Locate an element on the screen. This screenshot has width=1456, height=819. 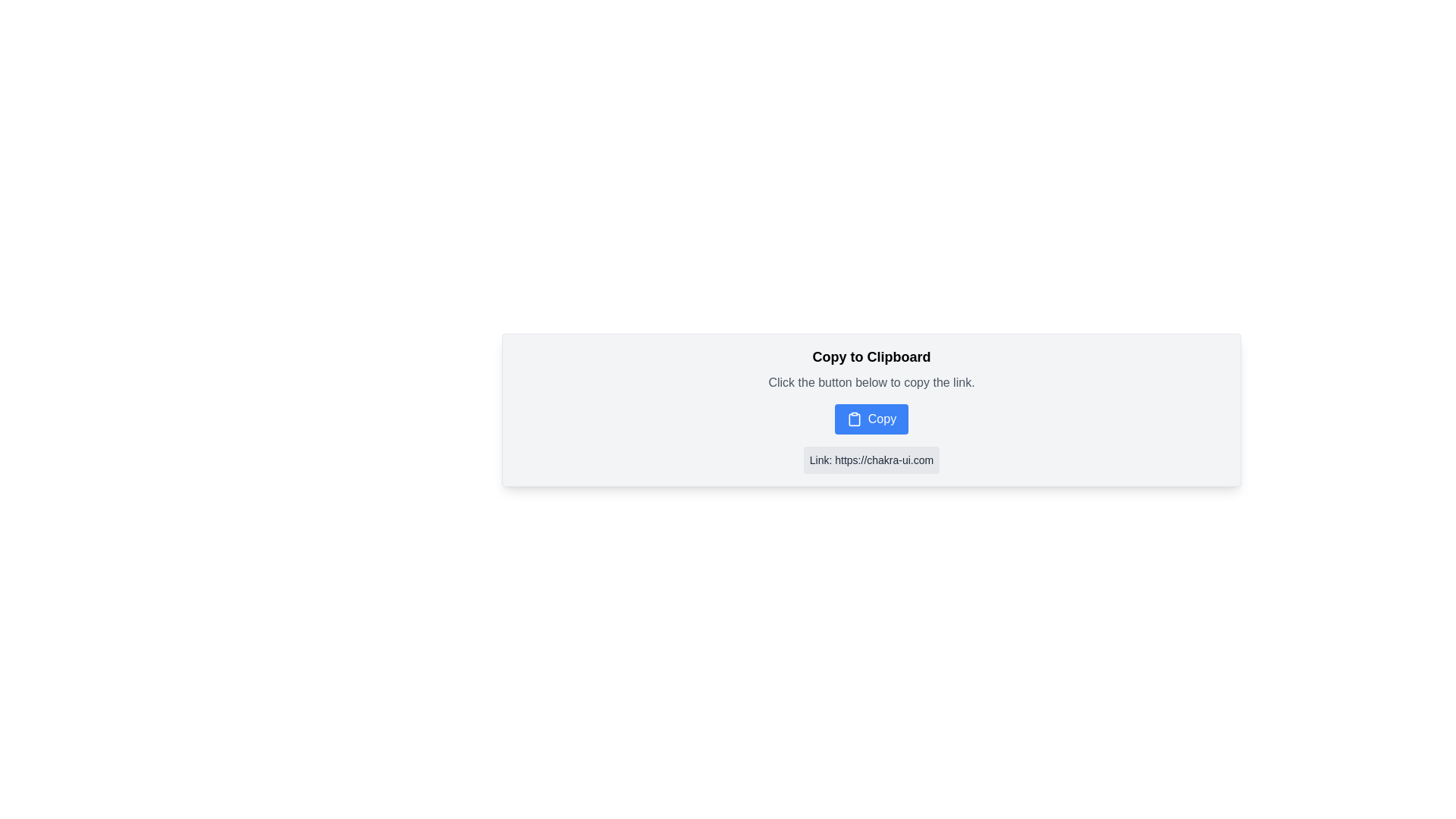
the clipboard SVG graphic icon, which is centrally located within the 'Copy' button and visually represents the clipboard functionality is located at coordinates (854, 419).